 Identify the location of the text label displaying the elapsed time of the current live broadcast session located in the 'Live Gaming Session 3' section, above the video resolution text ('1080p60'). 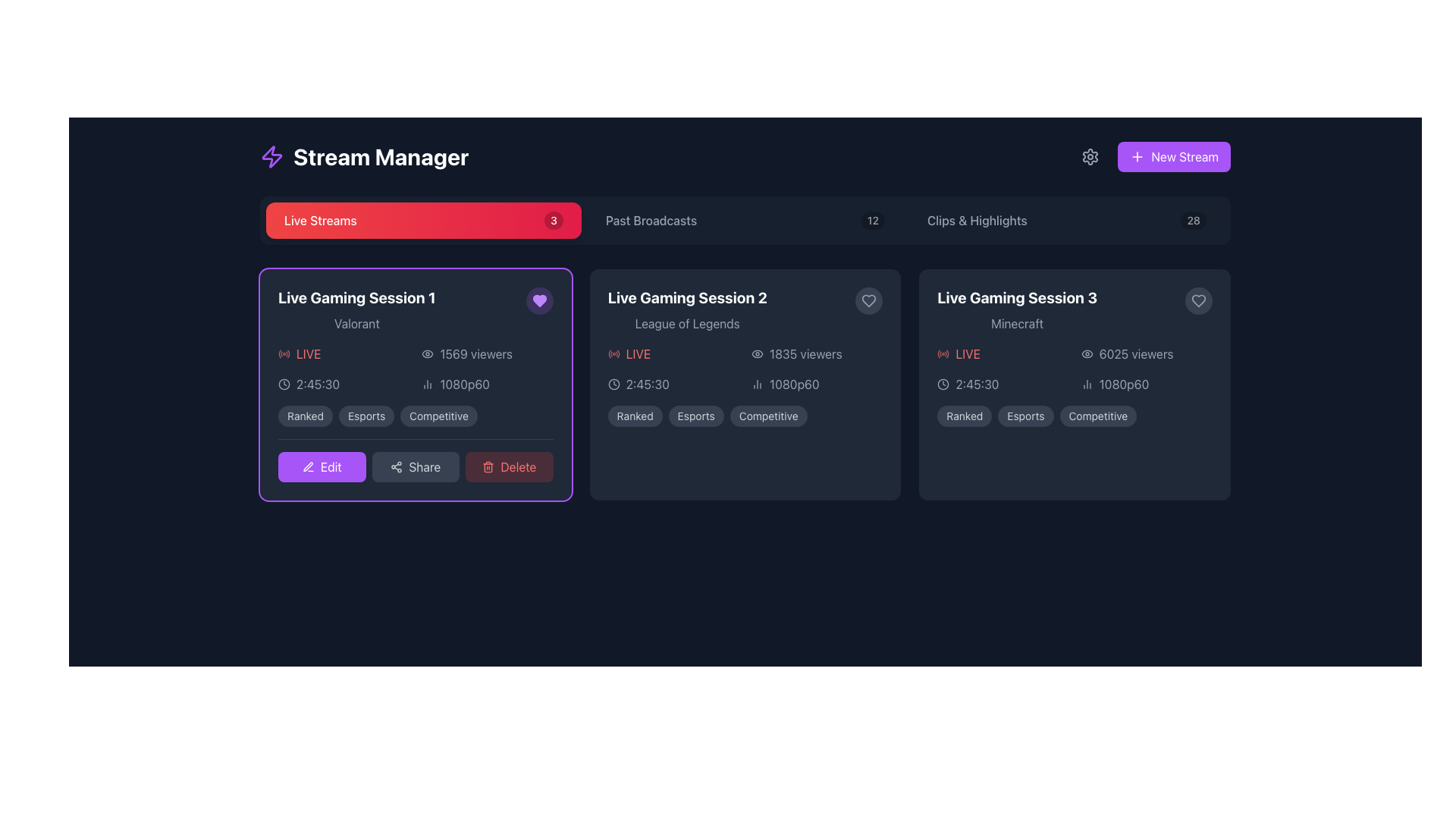
(977, 383).